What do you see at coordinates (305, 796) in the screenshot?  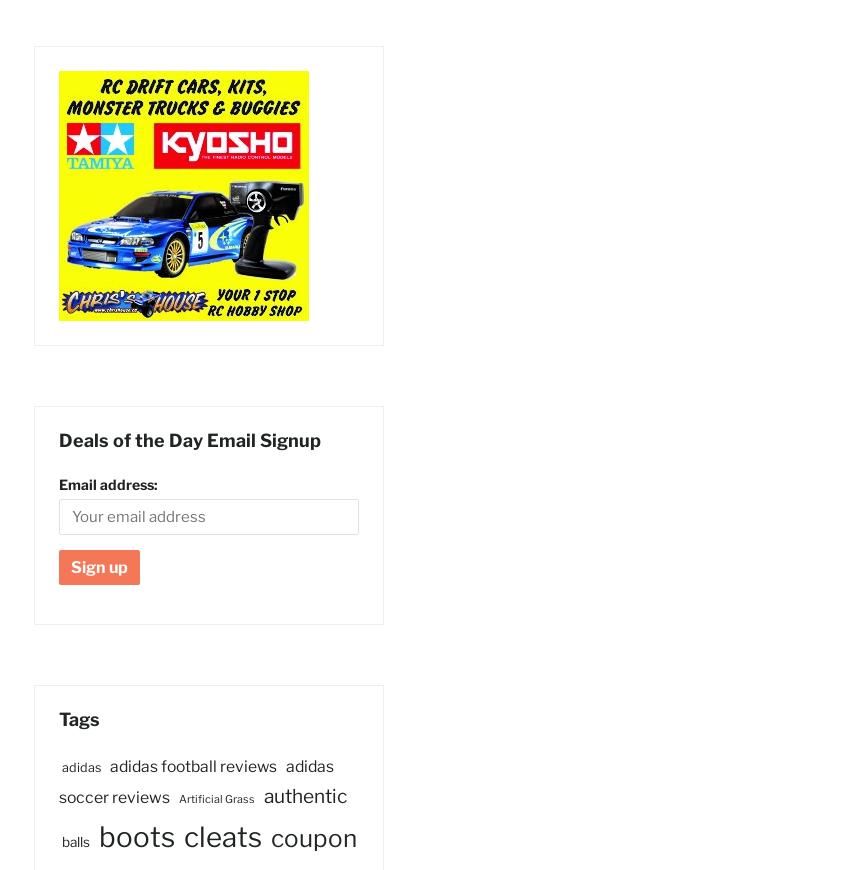 I see `'authentic'` at bounding box center [305, 796].